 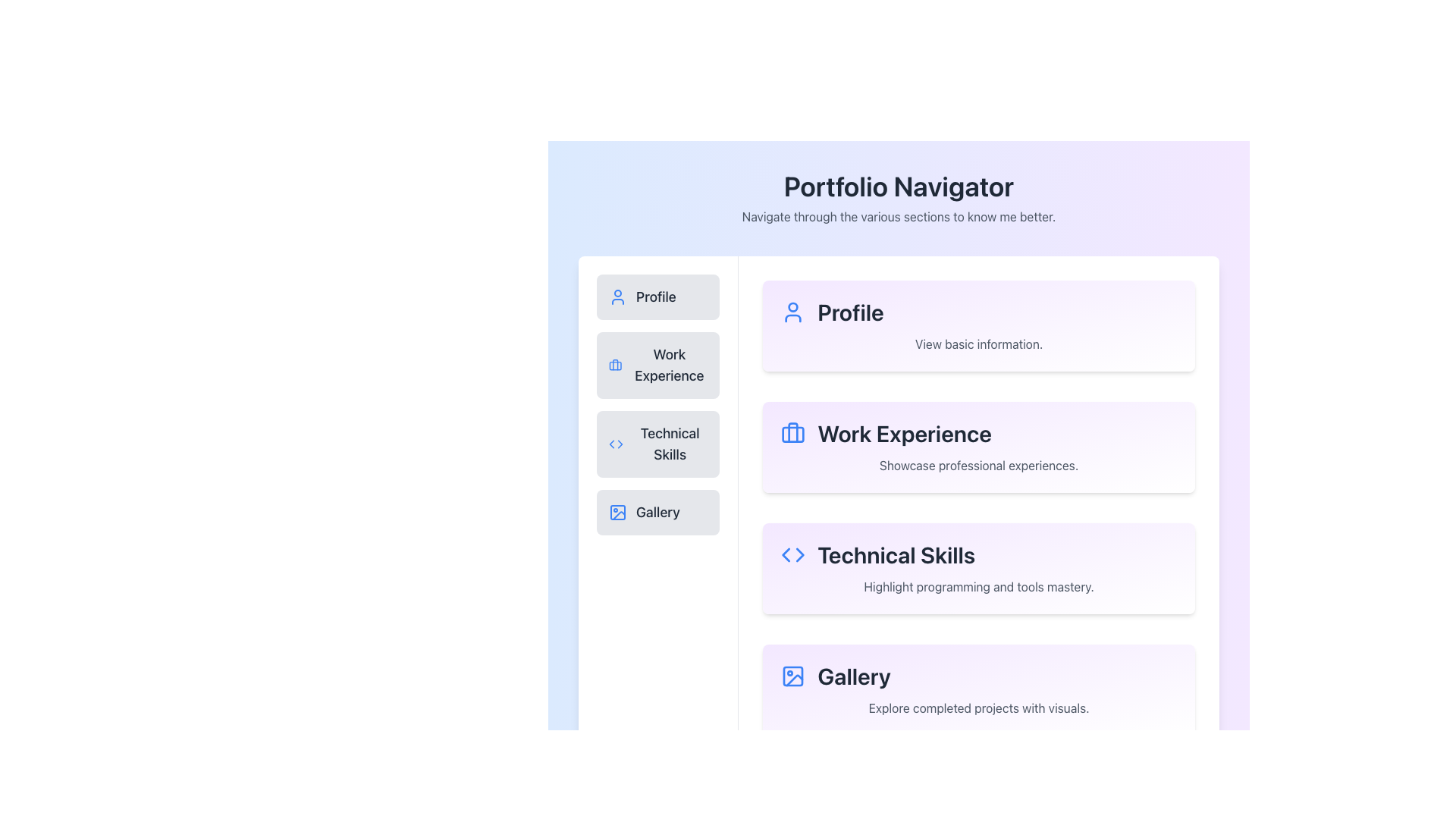 I want to click on the gallery icon located to the left of the 'Gallery' text in the interface, so click(x=792, y=675).